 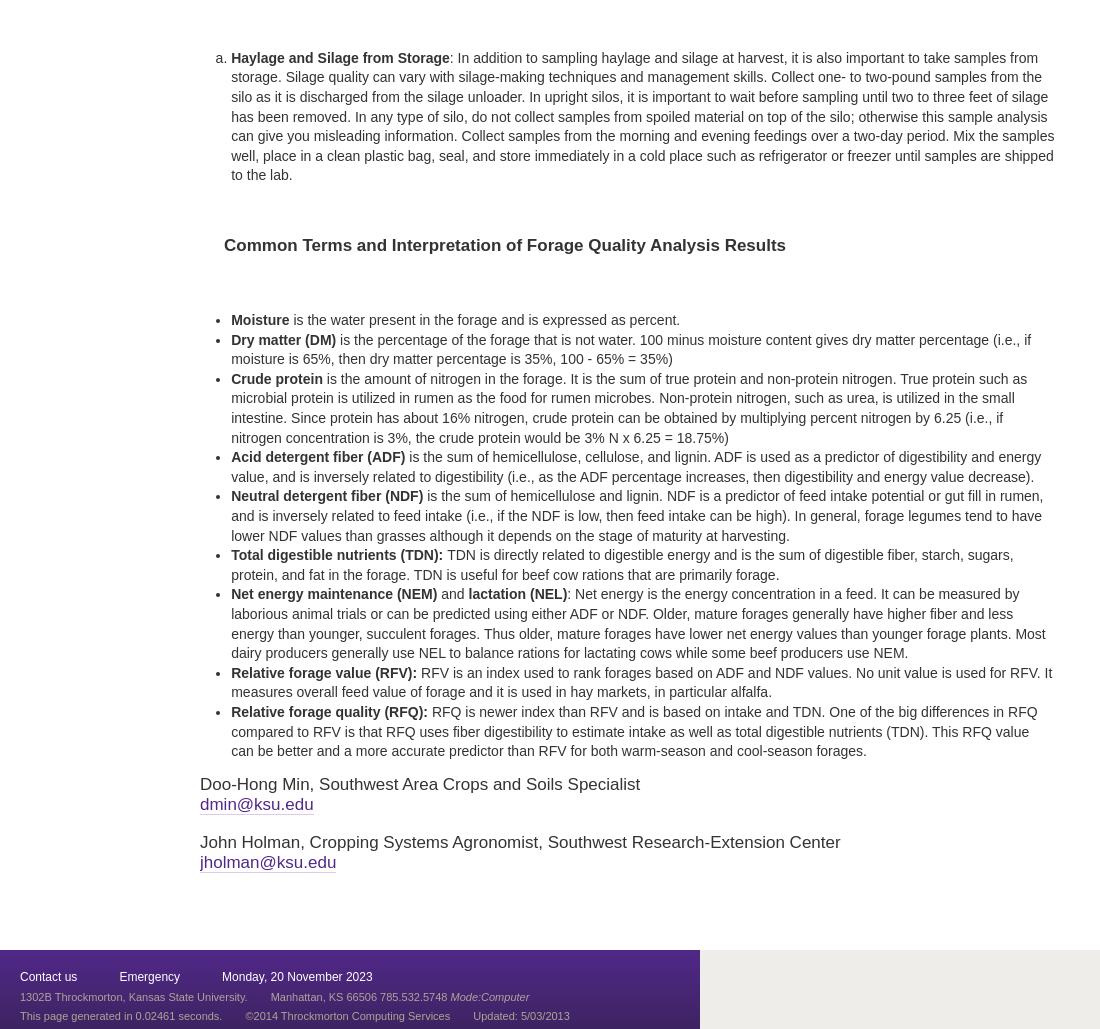 What do you see at coordinates (322, 671) in the screenshot?
I see `'Relative forage value (RFV):'` at bounding box center [322, 671].